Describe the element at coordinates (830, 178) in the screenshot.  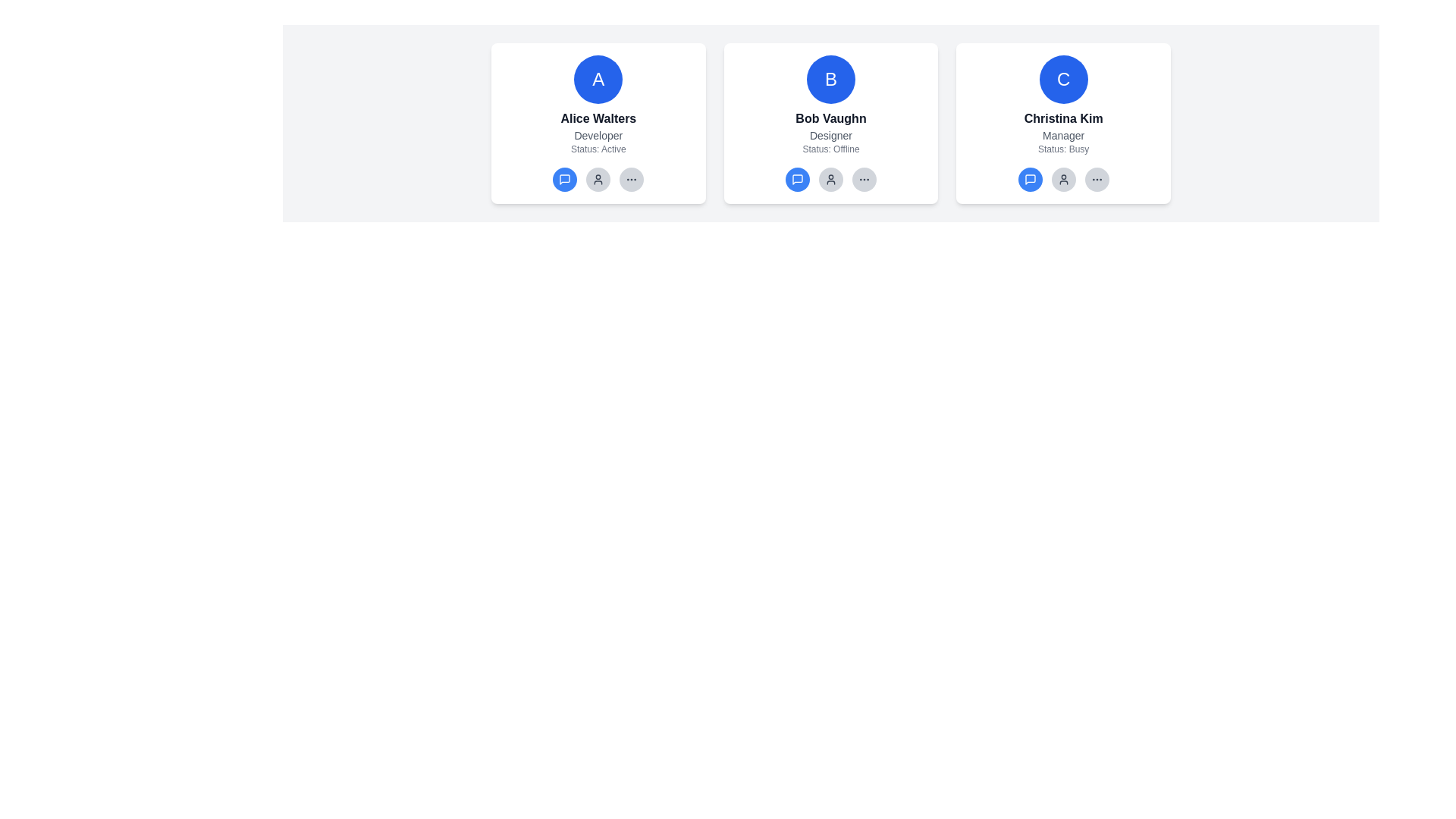
I see `the second button in a group of three buttons located below the text 'Bob Vaughn Designer Status: Offline'` at that location.